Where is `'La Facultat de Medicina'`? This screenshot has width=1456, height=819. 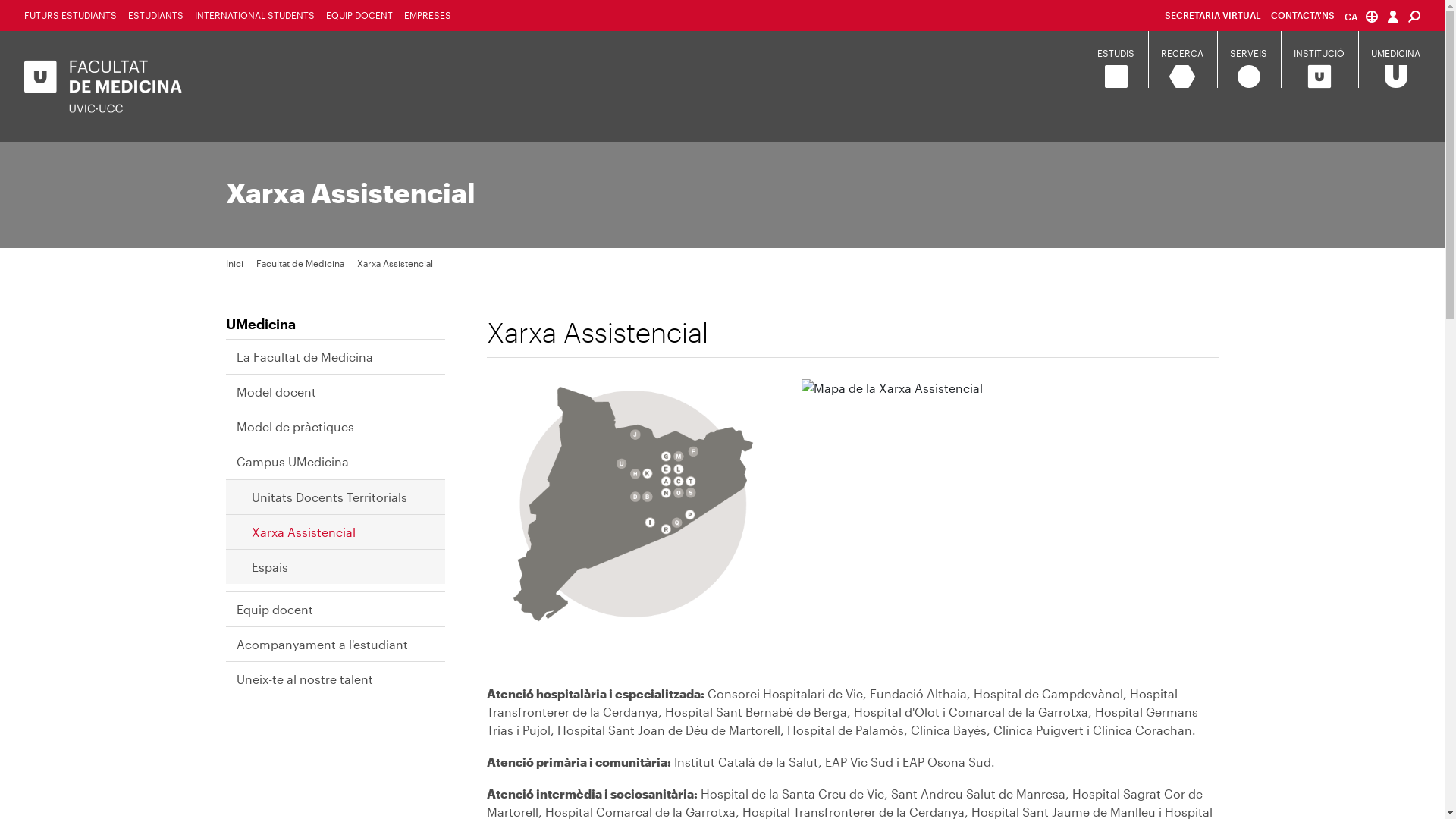 'La Facultat de Medicina' is located at coordinates (312, 356).